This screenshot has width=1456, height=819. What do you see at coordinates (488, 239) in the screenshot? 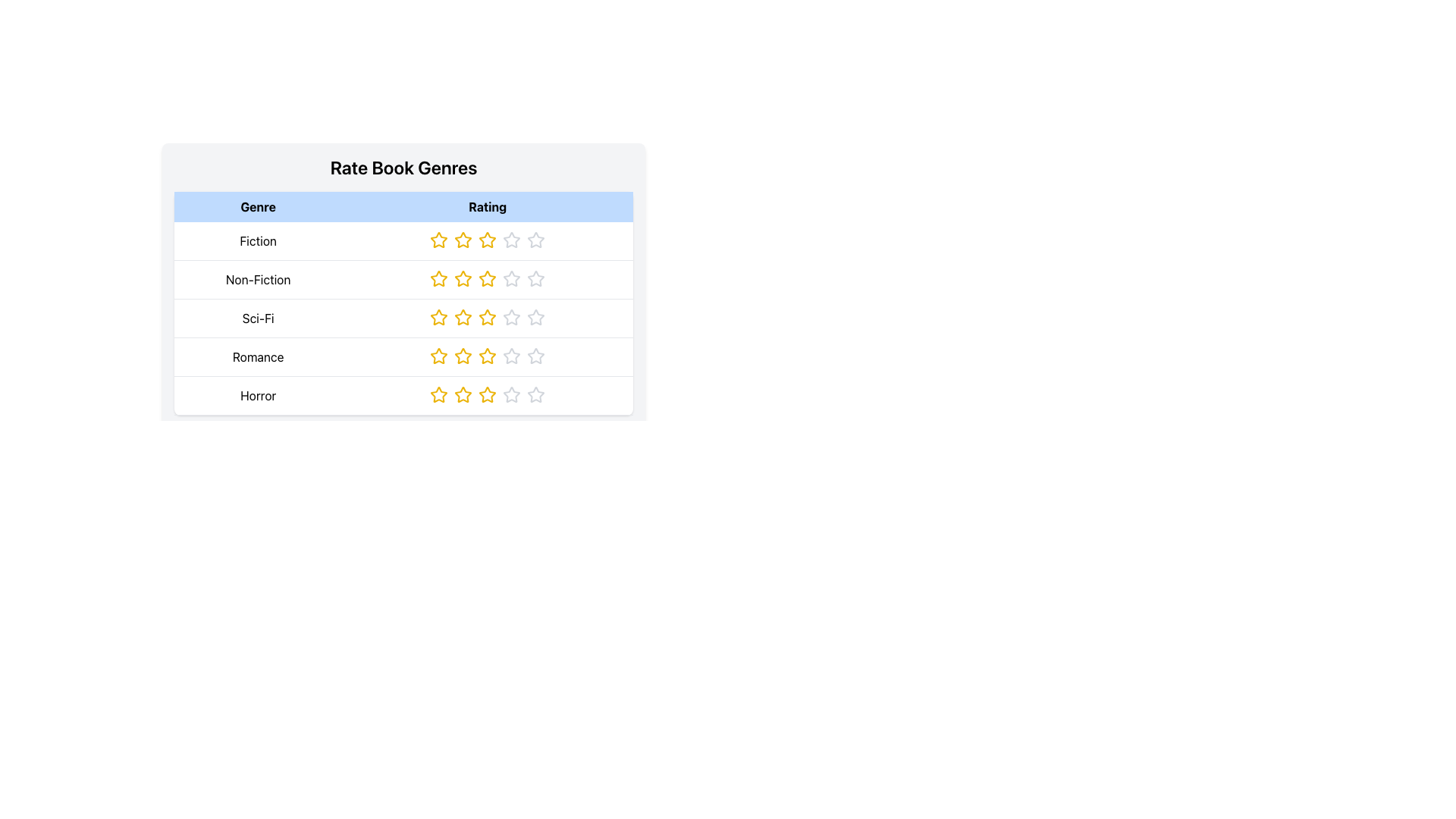
I see `the third star icon` at bounding box center [488, 239].